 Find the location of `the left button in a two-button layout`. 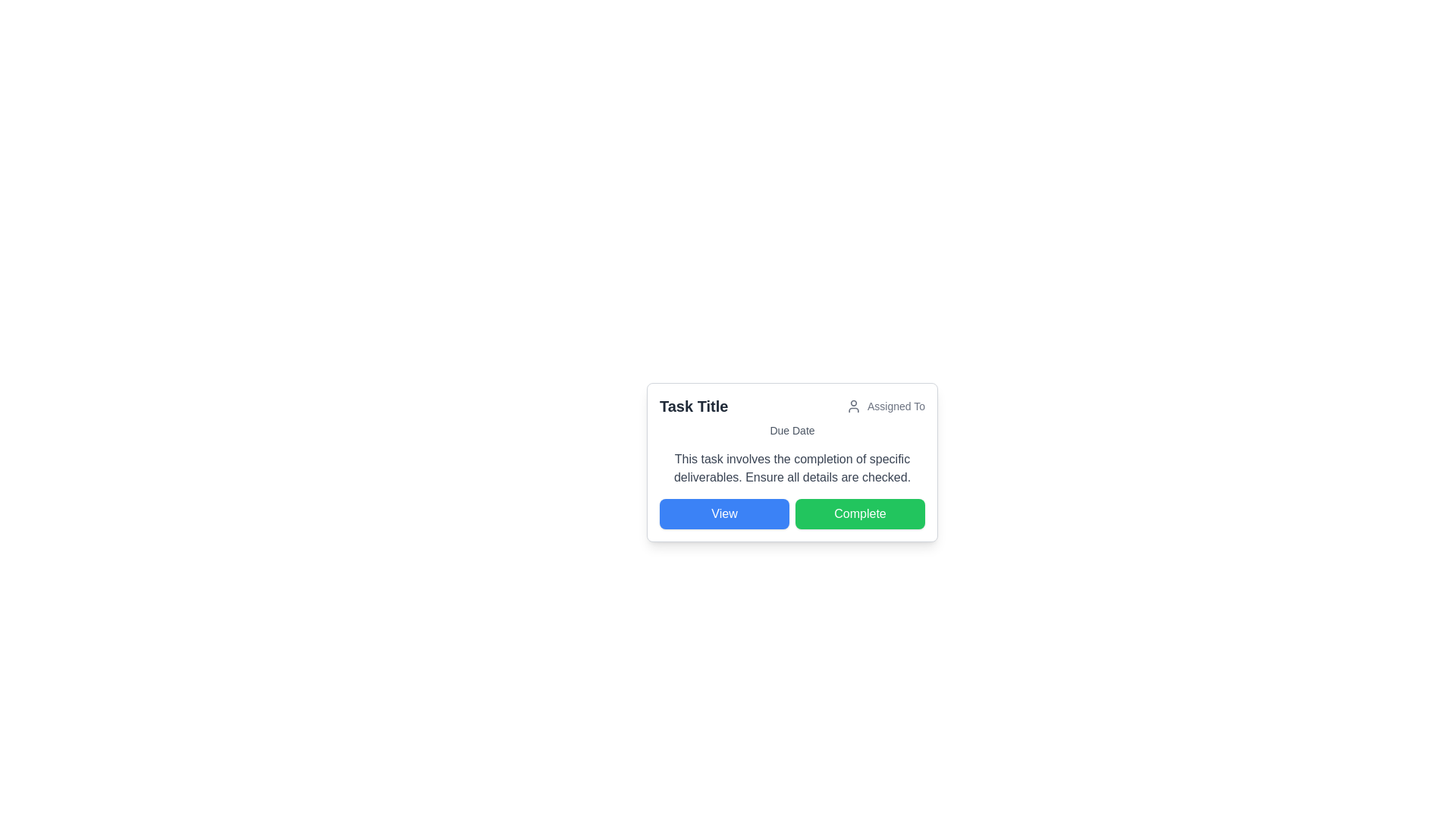

the left button in a two-button layout is located at coordinates (723, 513).